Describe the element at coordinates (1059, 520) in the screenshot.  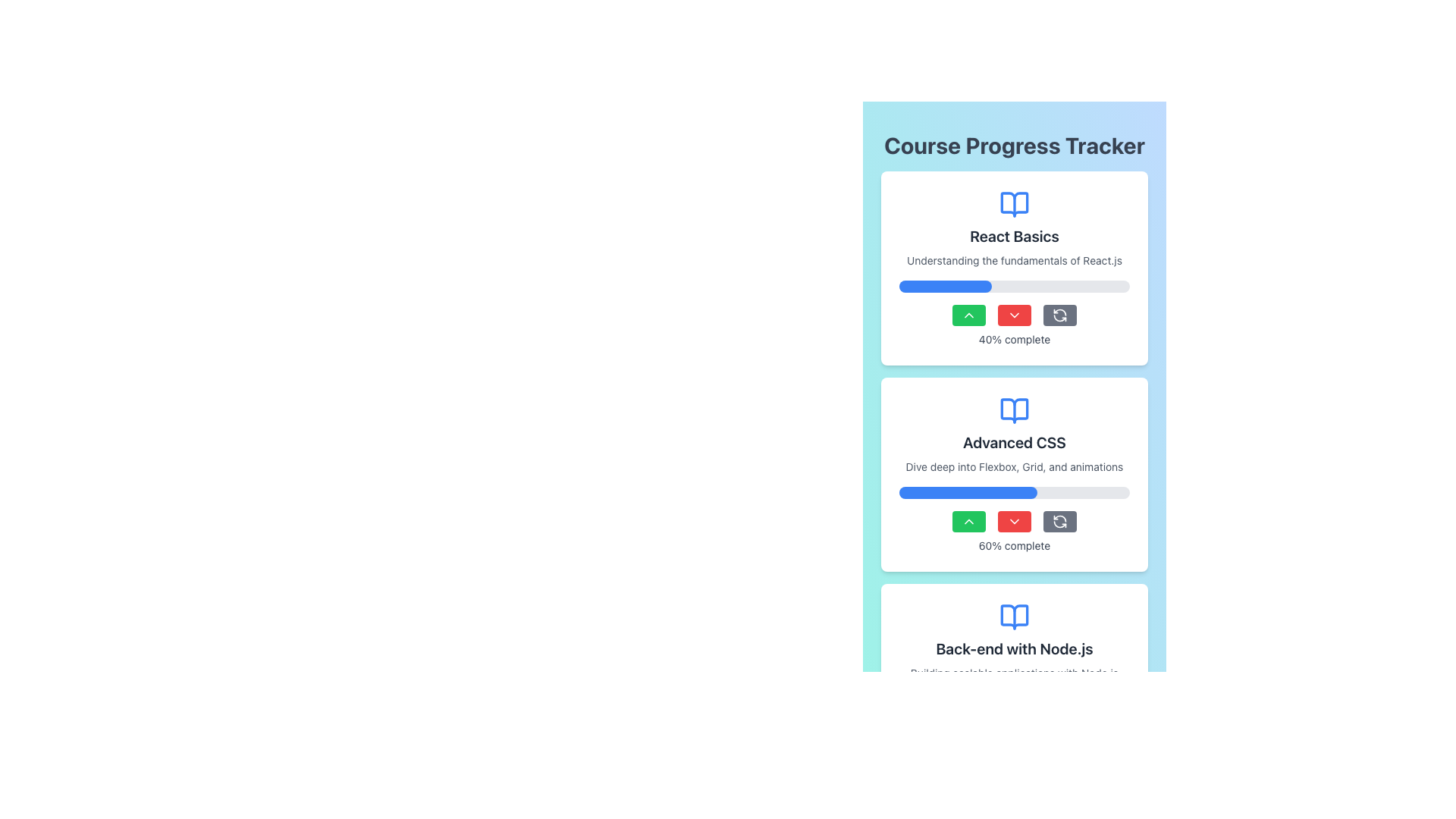
I see `the refresh icon button located at the rightmost position in the row of three icons below the progress bar for the 'React Basics' course` at that location.